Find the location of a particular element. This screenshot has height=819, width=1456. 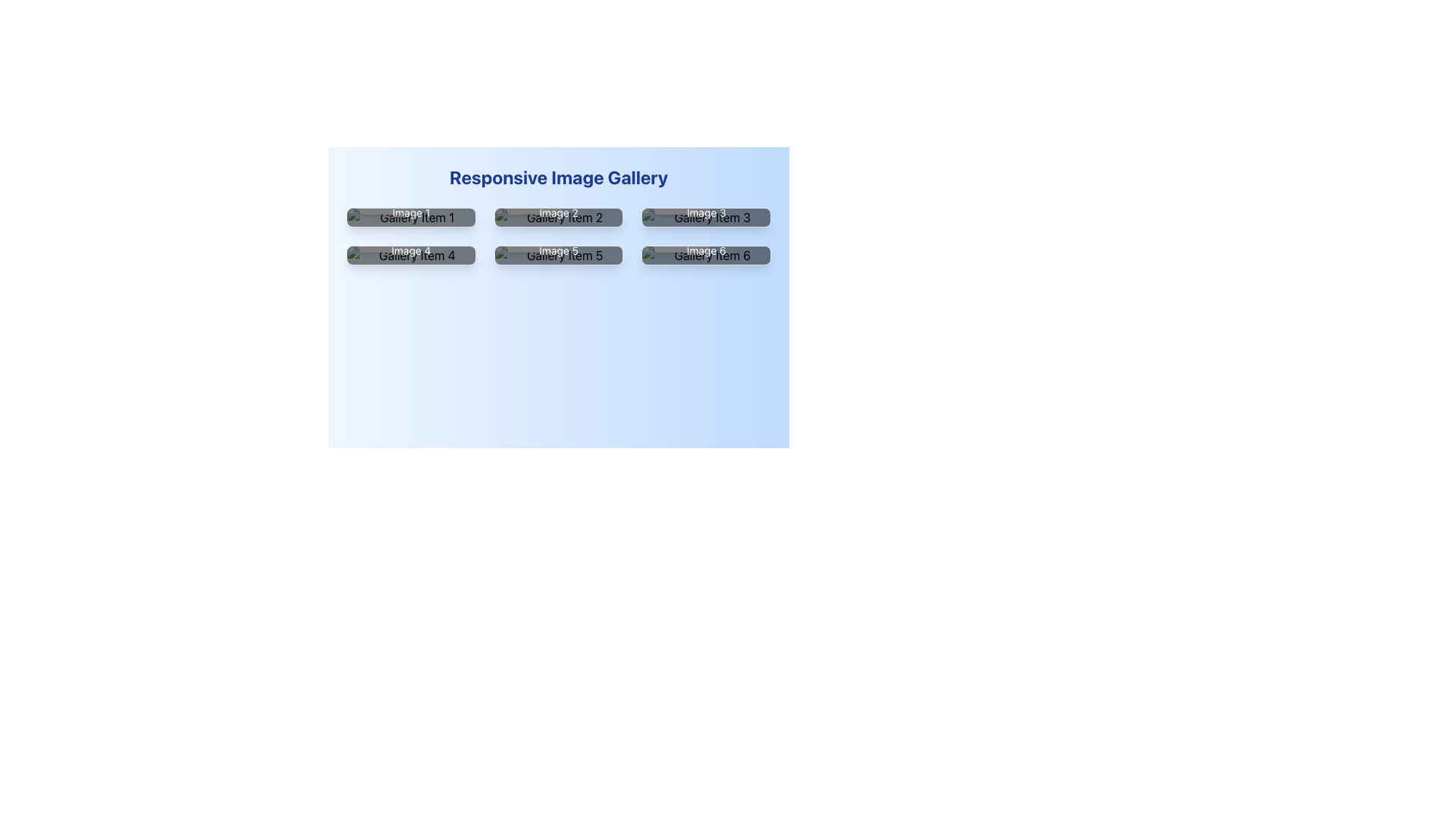

the display element for 'Gallery Item 1', which is located in the top-left corner of the gallery layout is located at coordinates (411, 217).